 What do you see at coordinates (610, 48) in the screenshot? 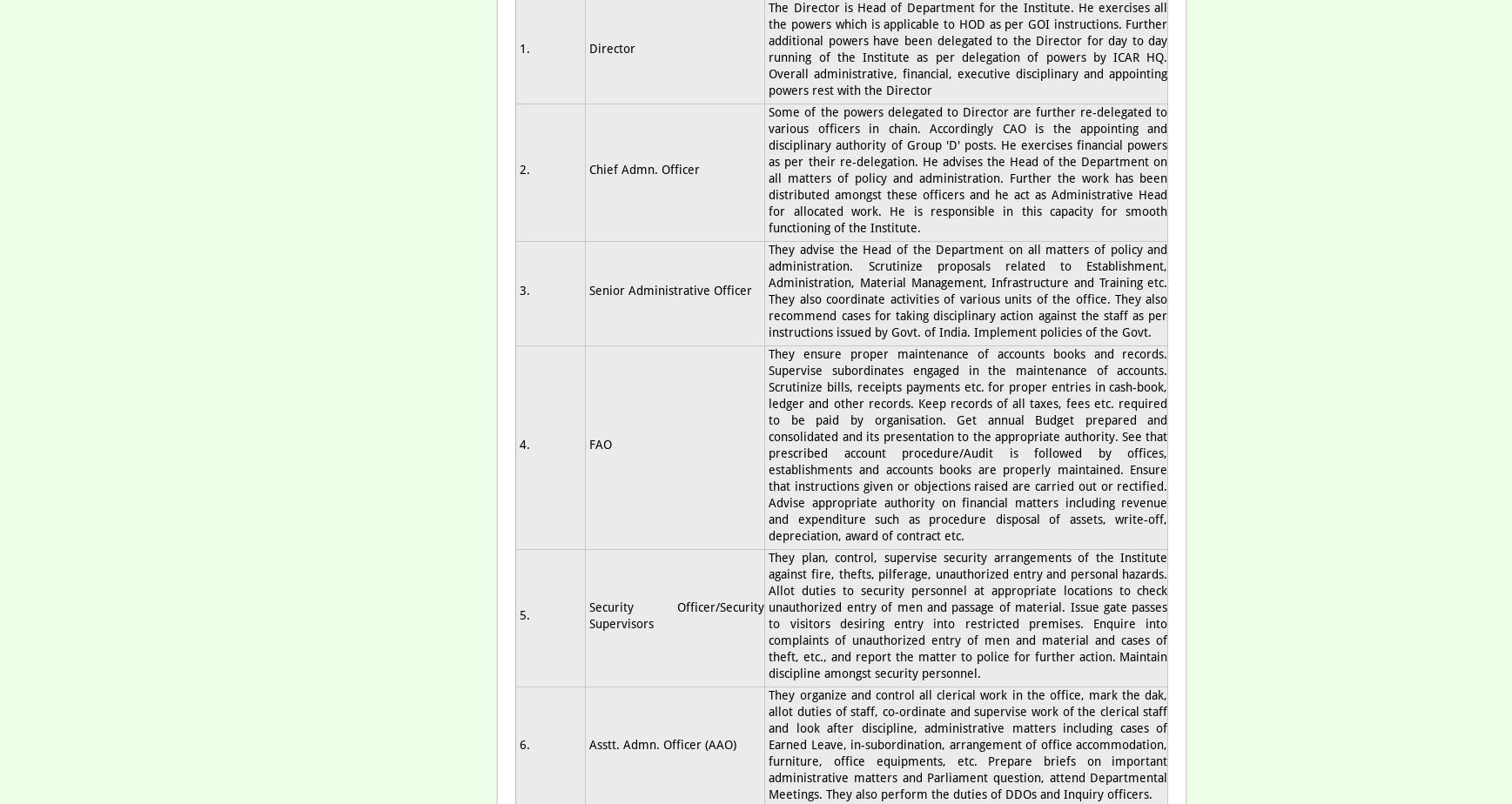
I see `'Director'` at bounding box center [610, 48].